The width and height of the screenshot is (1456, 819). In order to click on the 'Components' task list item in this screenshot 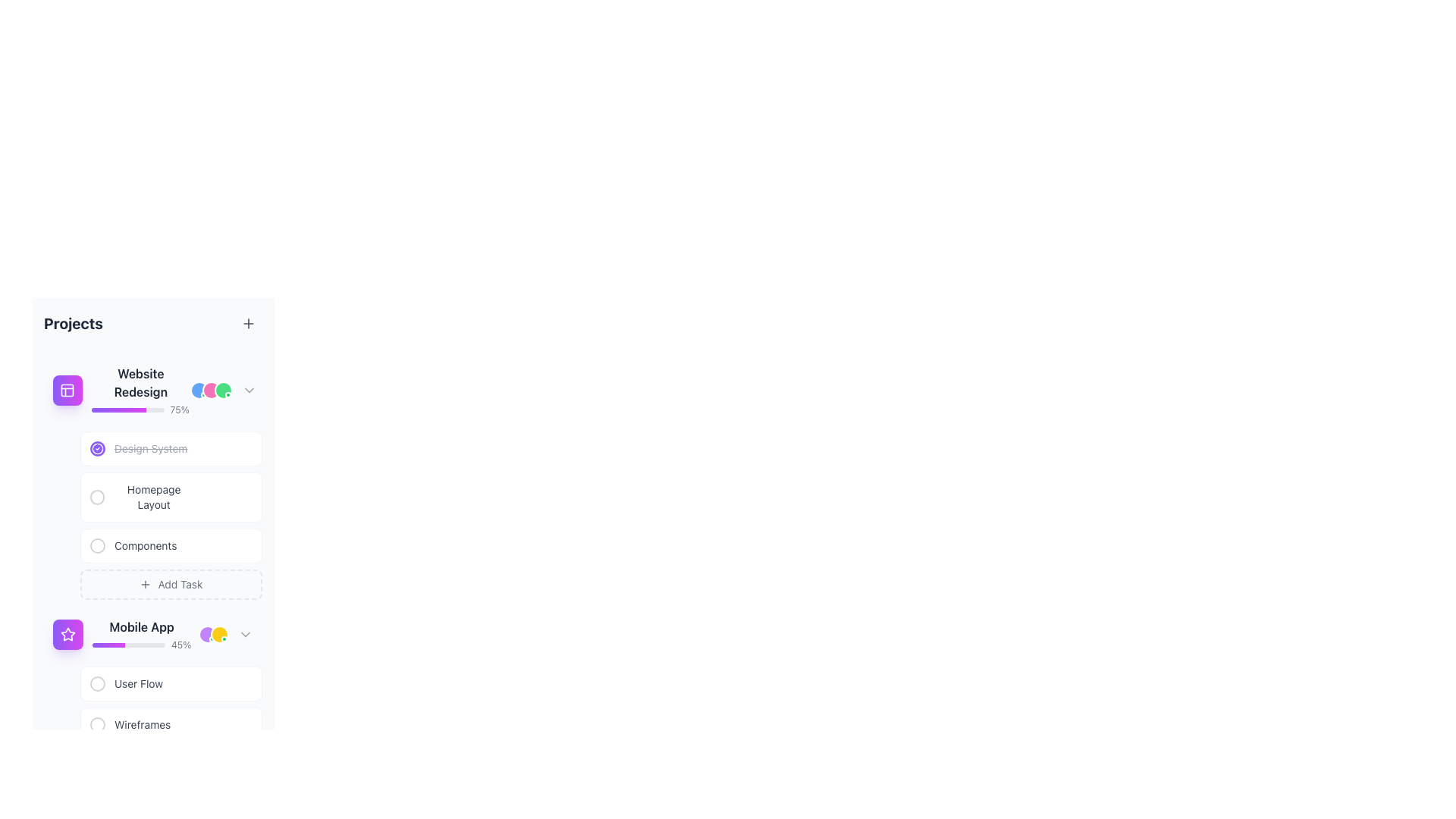, I will do `click(171, 546)`.